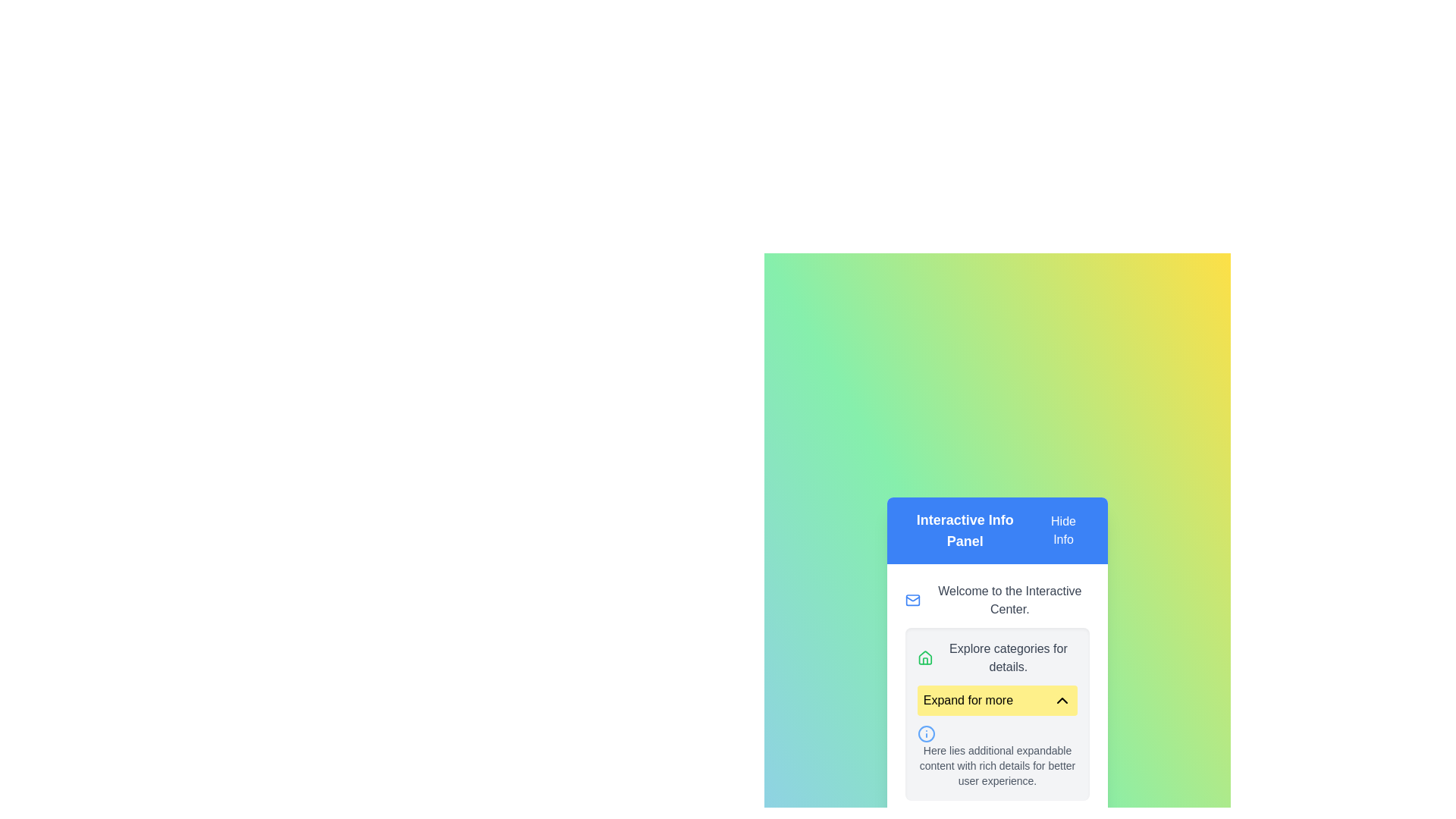  I want to click on the 'Interactive Info Panel' text label, which is a bold title in white sans-serif font on a blue background, located at the top-left of the header section, so click(964, 529).